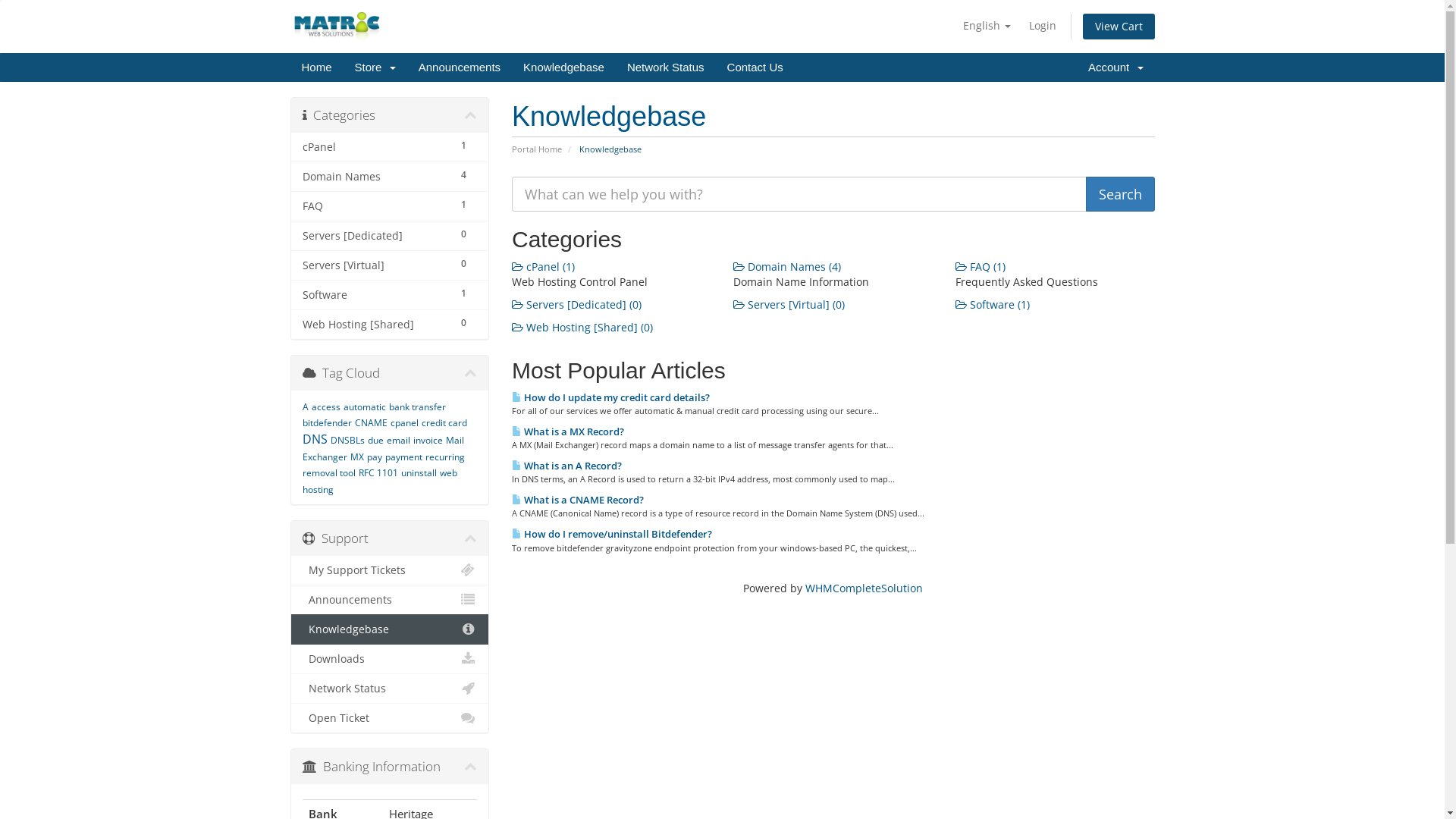 This screenshot has width=1456, height=819. I want to click on 'uninstall', so click(418, 472).